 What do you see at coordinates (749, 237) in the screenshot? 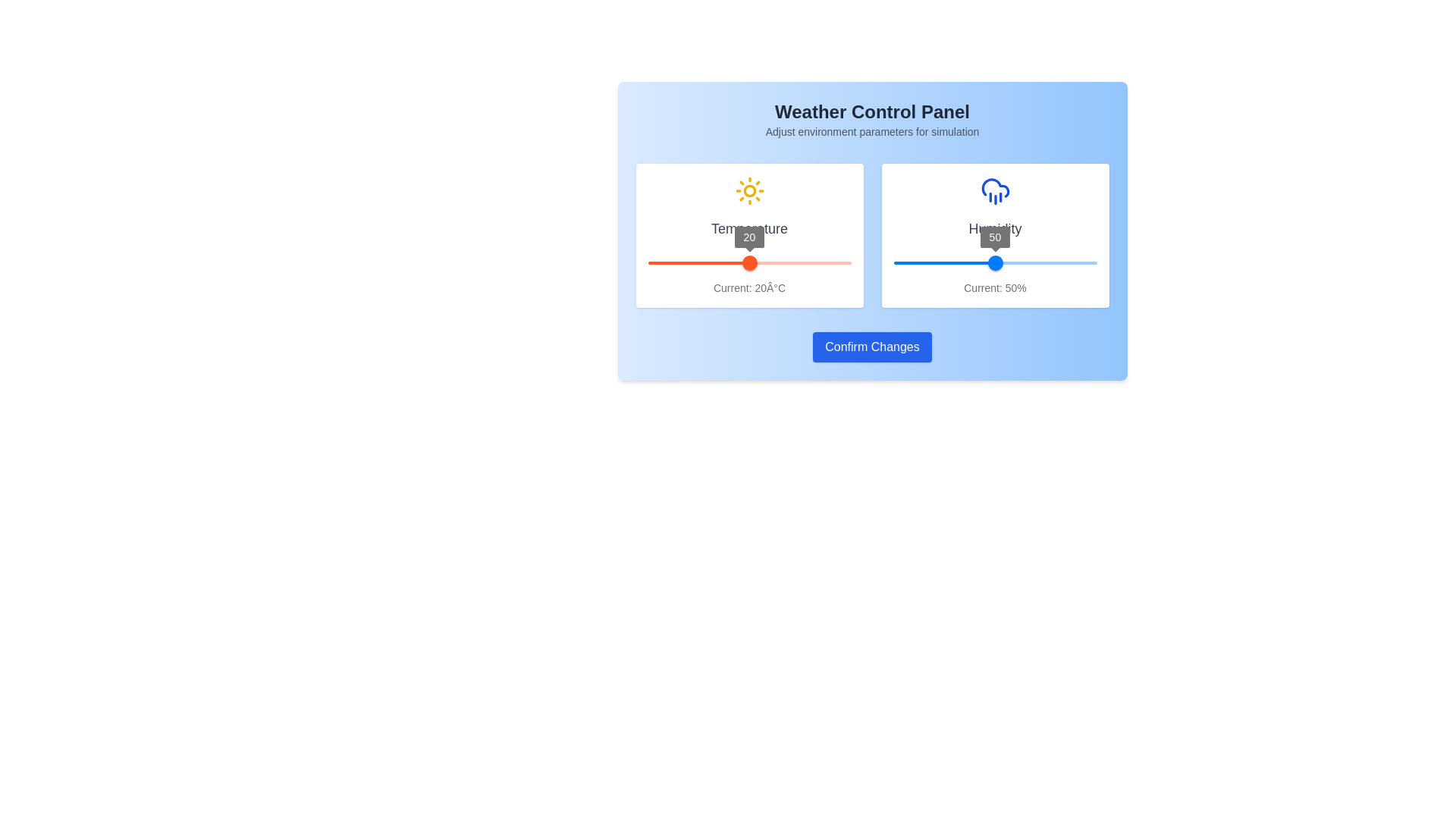
I see `the Tooltip-like value label that displays the current temperature value ('20') above the red Temperature slider in the Weather Control Panel` at bounding box center [749, 237].